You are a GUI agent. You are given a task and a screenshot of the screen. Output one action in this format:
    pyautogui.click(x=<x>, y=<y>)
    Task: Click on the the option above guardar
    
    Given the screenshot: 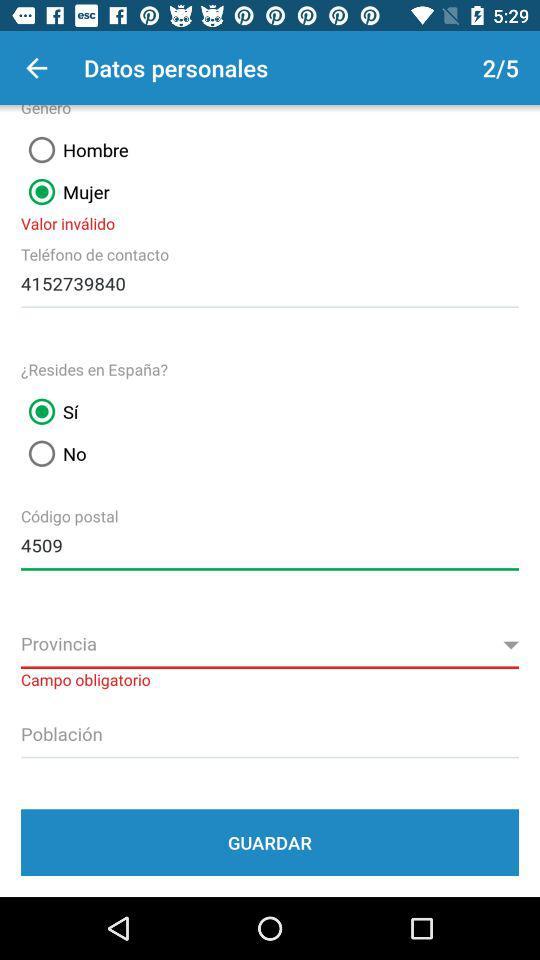 What is the action you would take?
    pyautogui.click(x=270, y=730)
    